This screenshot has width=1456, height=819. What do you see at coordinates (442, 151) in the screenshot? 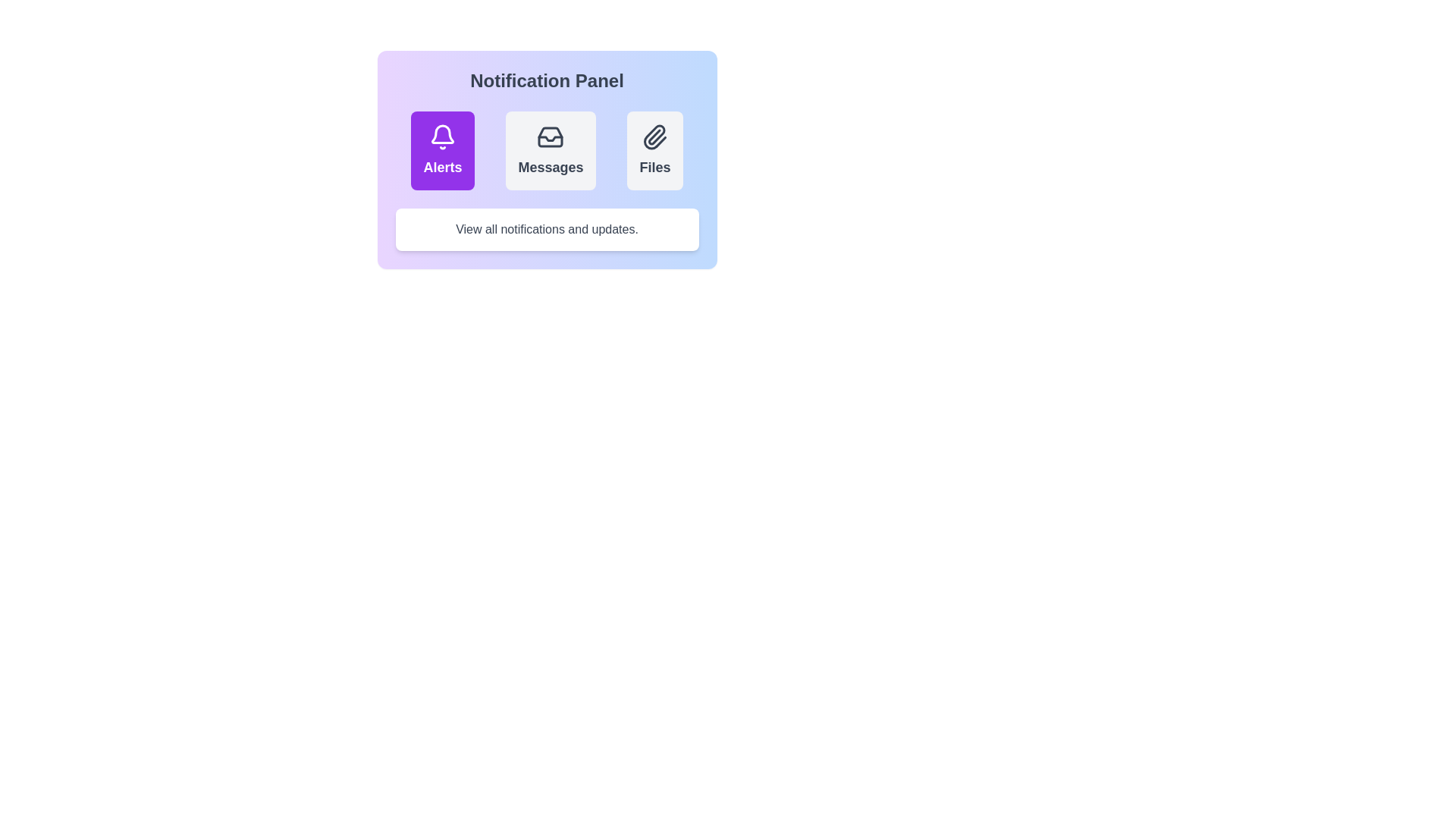
I see `the notification category Alerts by clicking on its button` at bounding box center [442, 151].